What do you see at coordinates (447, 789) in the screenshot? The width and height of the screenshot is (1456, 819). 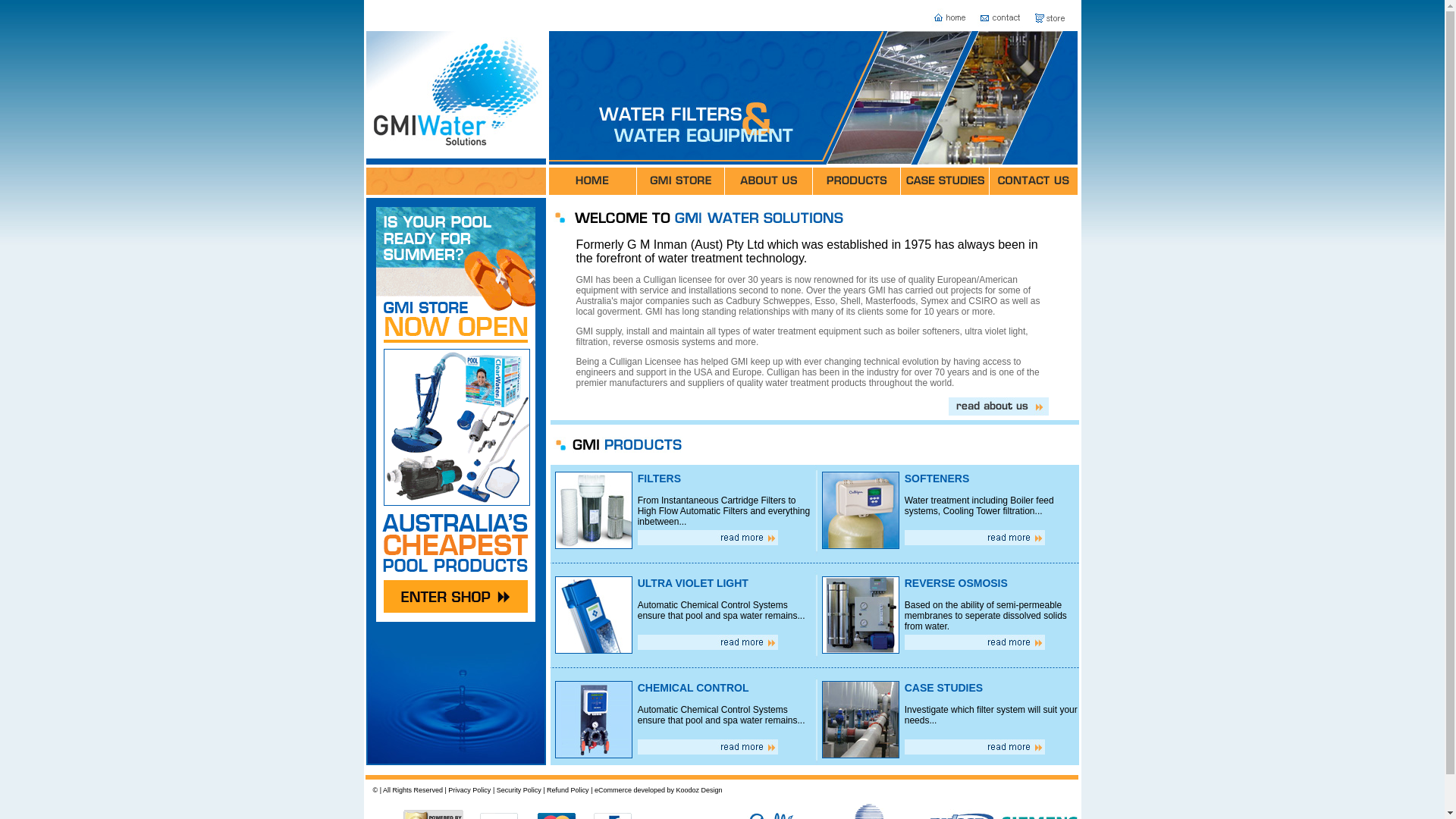 I see `'Privacy Policy'` at bounding box center [447, 789].